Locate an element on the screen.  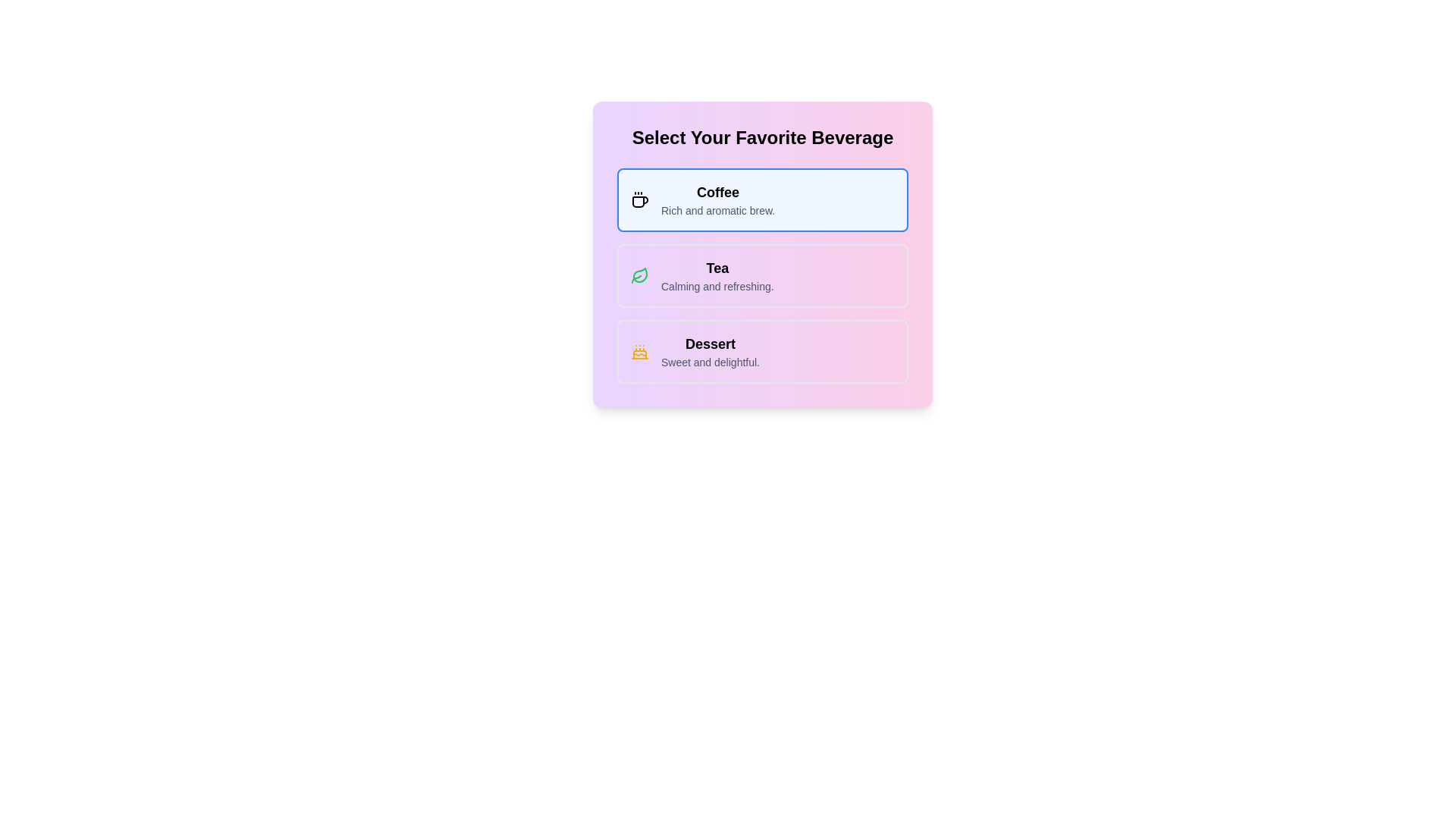
description from the text label displaying 'Sweet and delightful.' which is located under the 'Dessert' label in the beverage selection options is located at coordinates (709, 362).